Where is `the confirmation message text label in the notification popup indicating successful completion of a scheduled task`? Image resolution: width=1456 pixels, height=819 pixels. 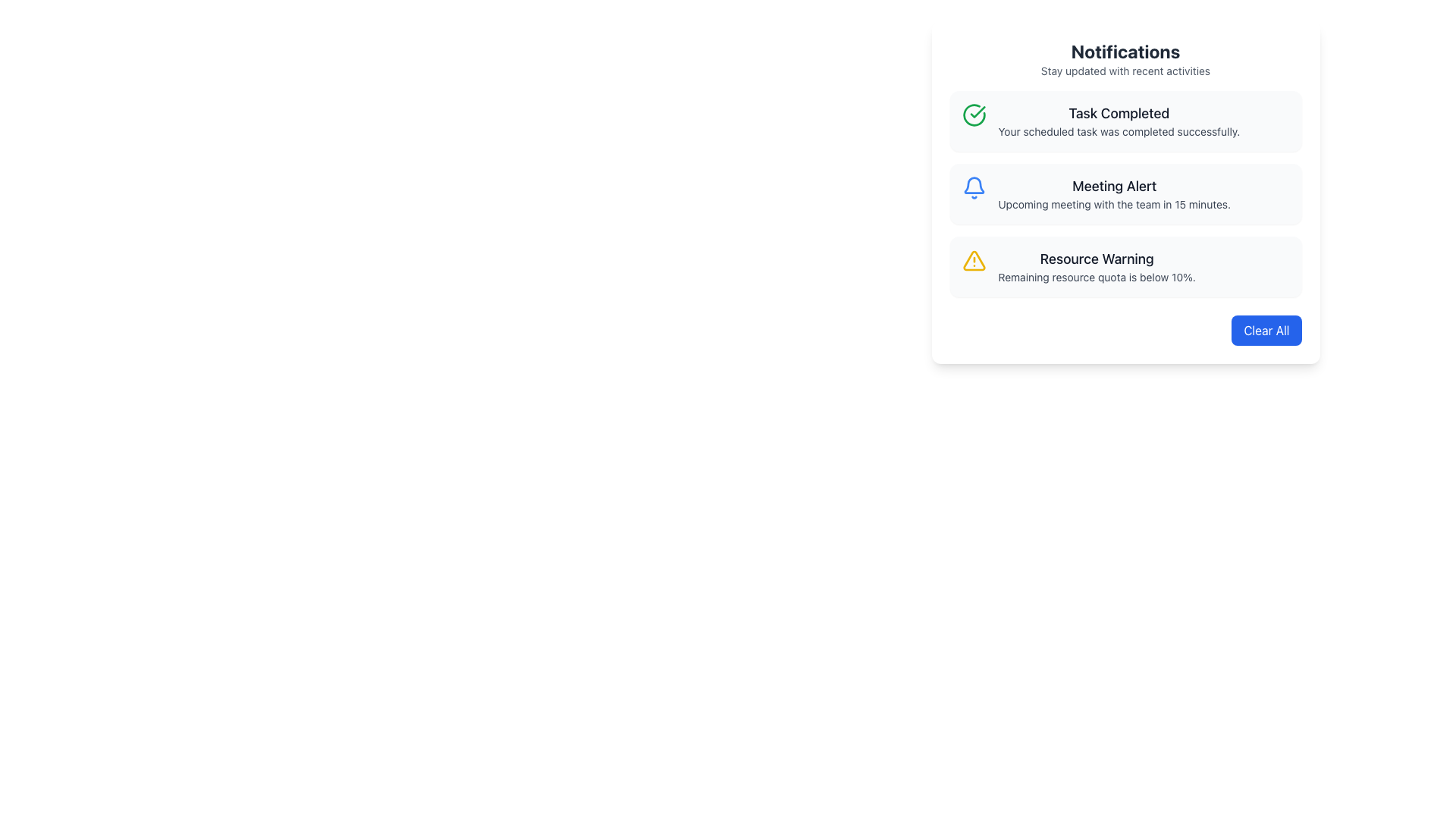 the confirmation message text label in the notification popup indicating successful completion of a scheduled task is located at coordinates (1119, 130).